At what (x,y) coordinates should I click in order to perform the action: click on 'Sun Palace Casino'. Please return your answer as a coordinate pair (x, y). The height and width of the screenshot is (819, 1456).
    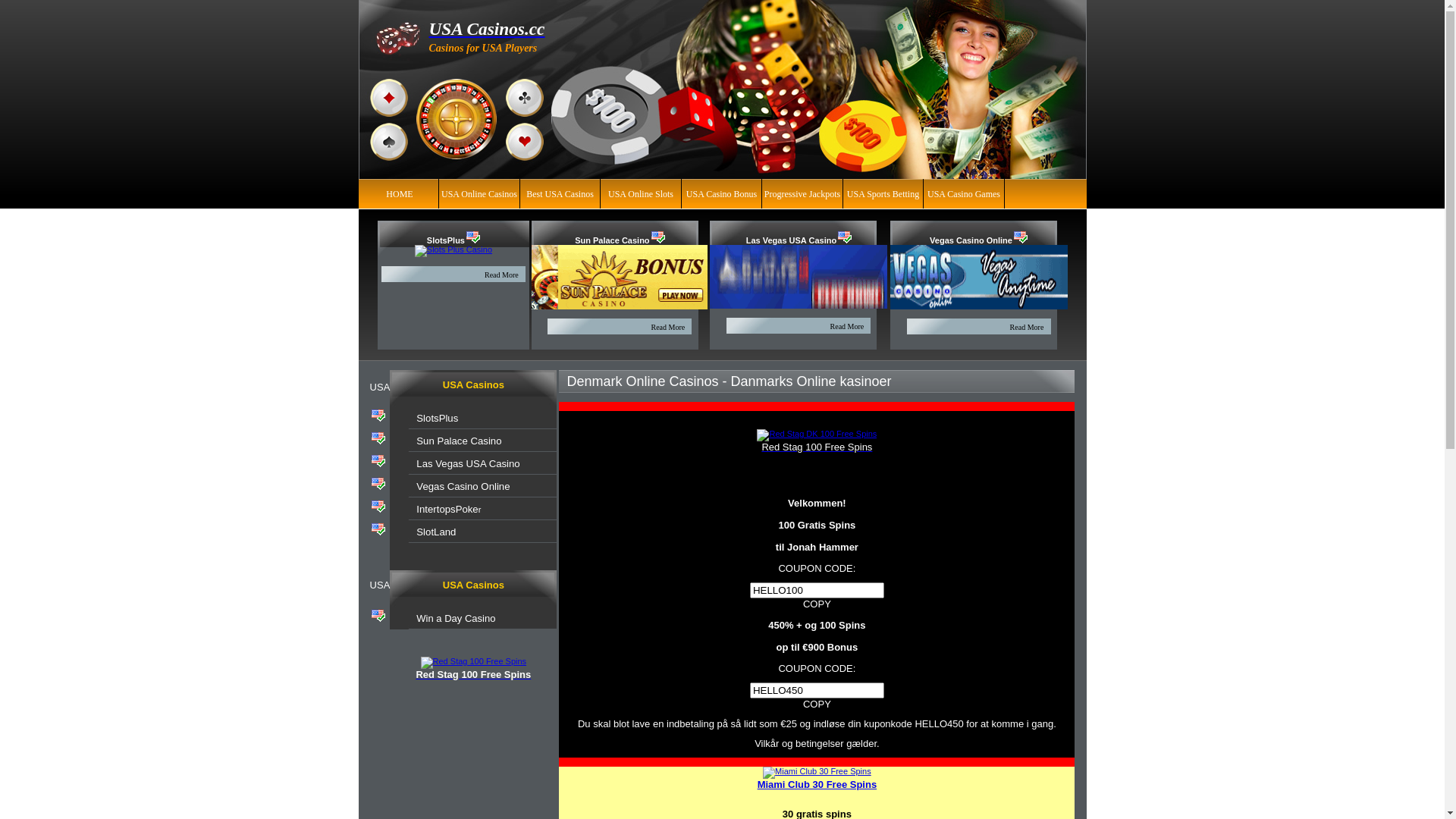
    Looking at the image, I should click on (574, 239).